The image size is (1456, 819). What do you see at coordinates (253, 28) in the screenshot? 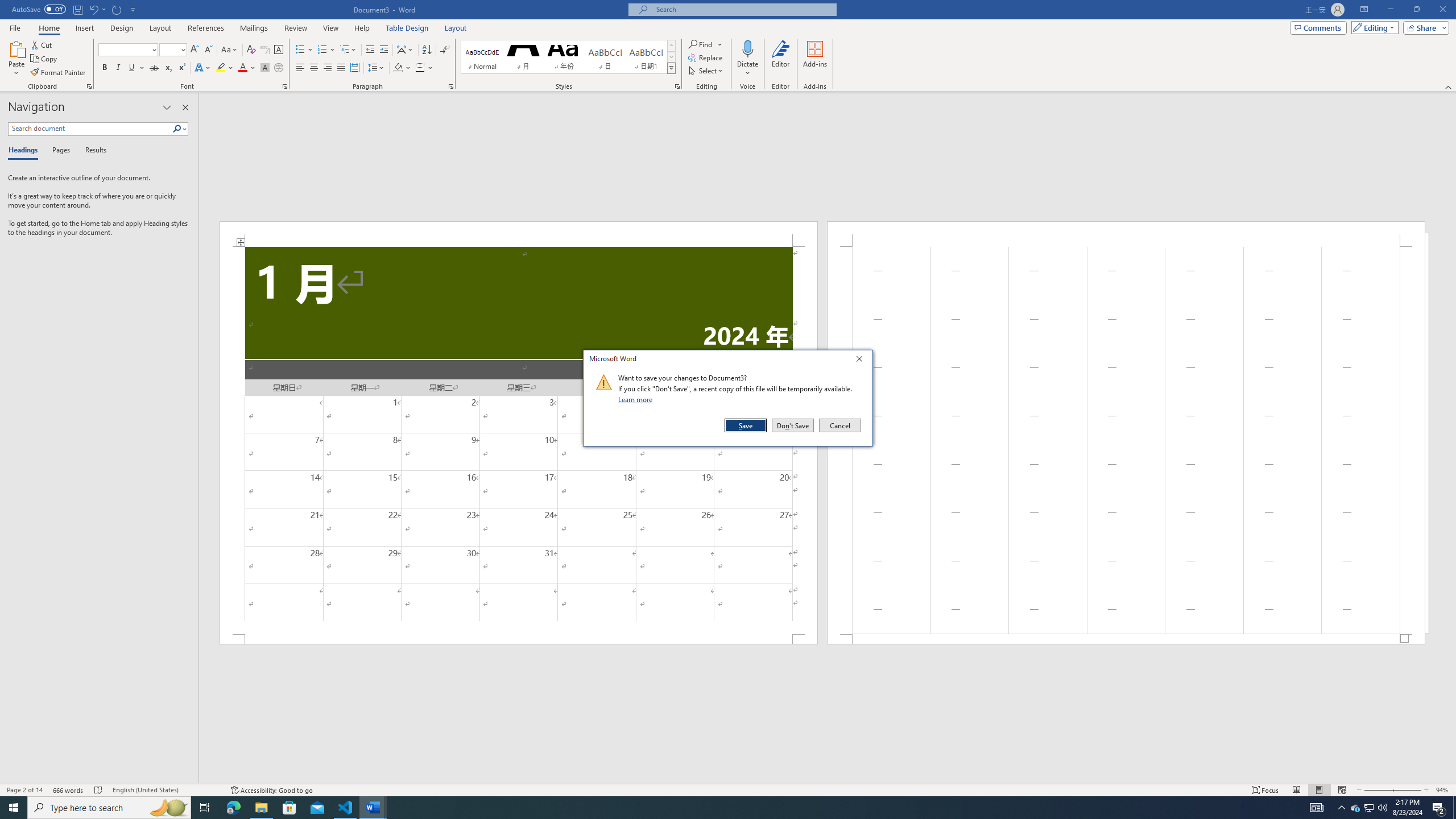
I see `'Mailings'` at bounding box center [253, 28].